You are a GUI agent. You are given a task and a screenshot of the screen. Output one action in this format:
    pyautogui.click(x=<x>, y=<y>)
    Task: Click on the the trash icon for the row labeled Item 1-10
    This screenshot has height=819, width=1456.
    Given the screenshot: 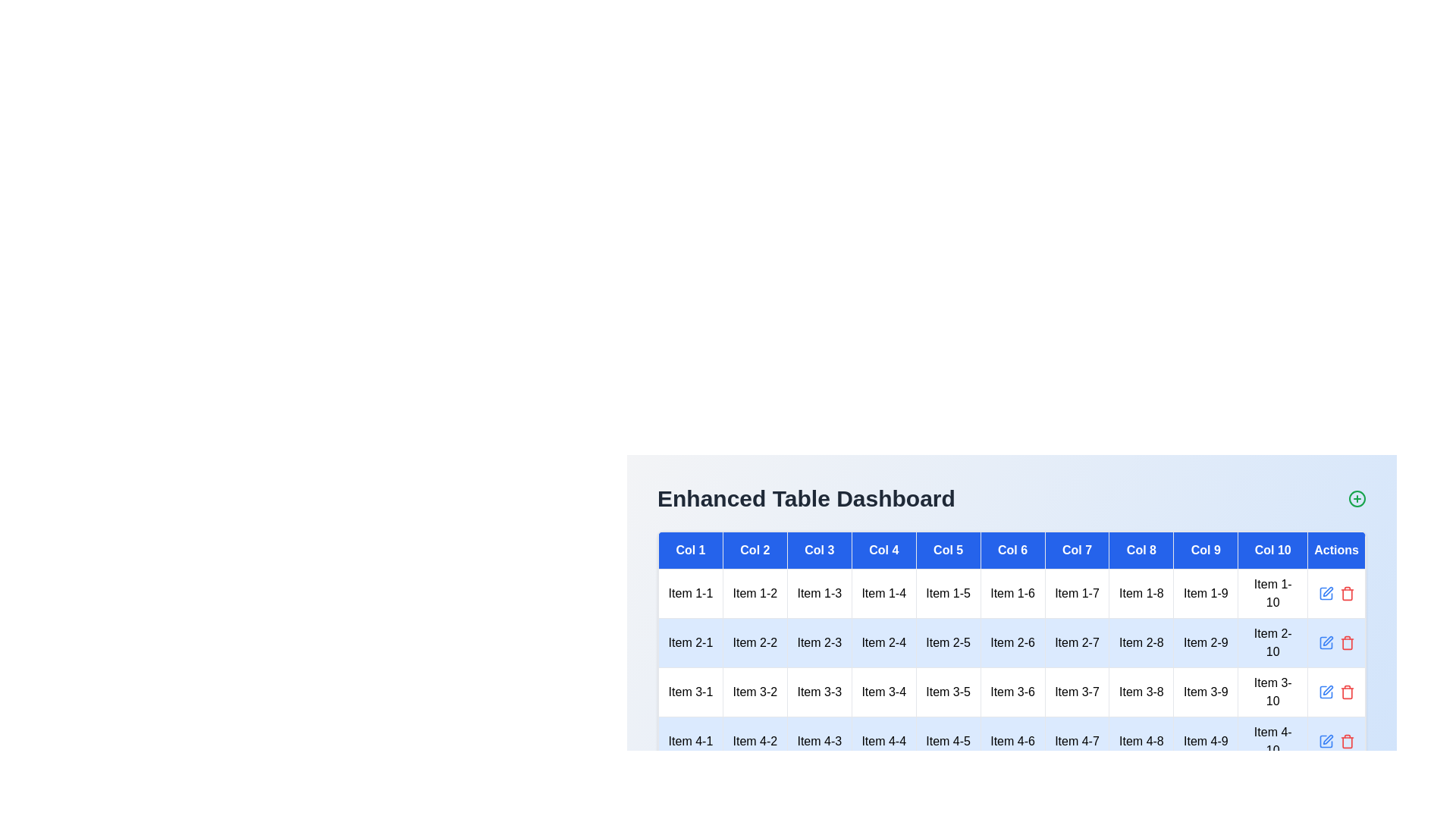 What is the action you would take?
    pyautogui.click(x=1347, y=593)
    